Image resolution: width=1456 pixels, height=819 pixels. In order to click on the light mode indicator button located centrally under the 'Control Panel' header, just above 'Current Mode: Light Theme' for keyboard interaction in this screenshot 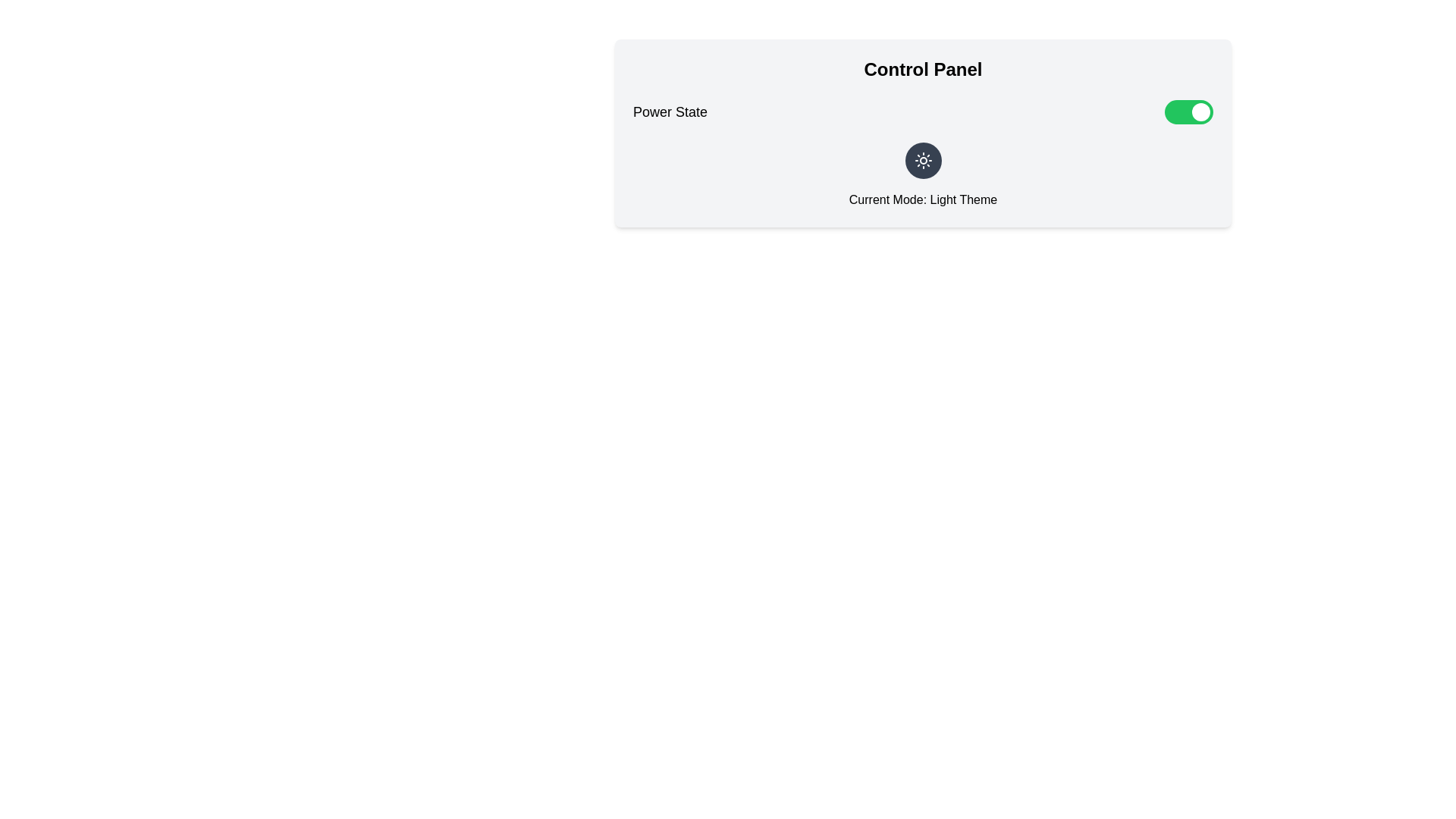, I will do `click(922, 161)`.